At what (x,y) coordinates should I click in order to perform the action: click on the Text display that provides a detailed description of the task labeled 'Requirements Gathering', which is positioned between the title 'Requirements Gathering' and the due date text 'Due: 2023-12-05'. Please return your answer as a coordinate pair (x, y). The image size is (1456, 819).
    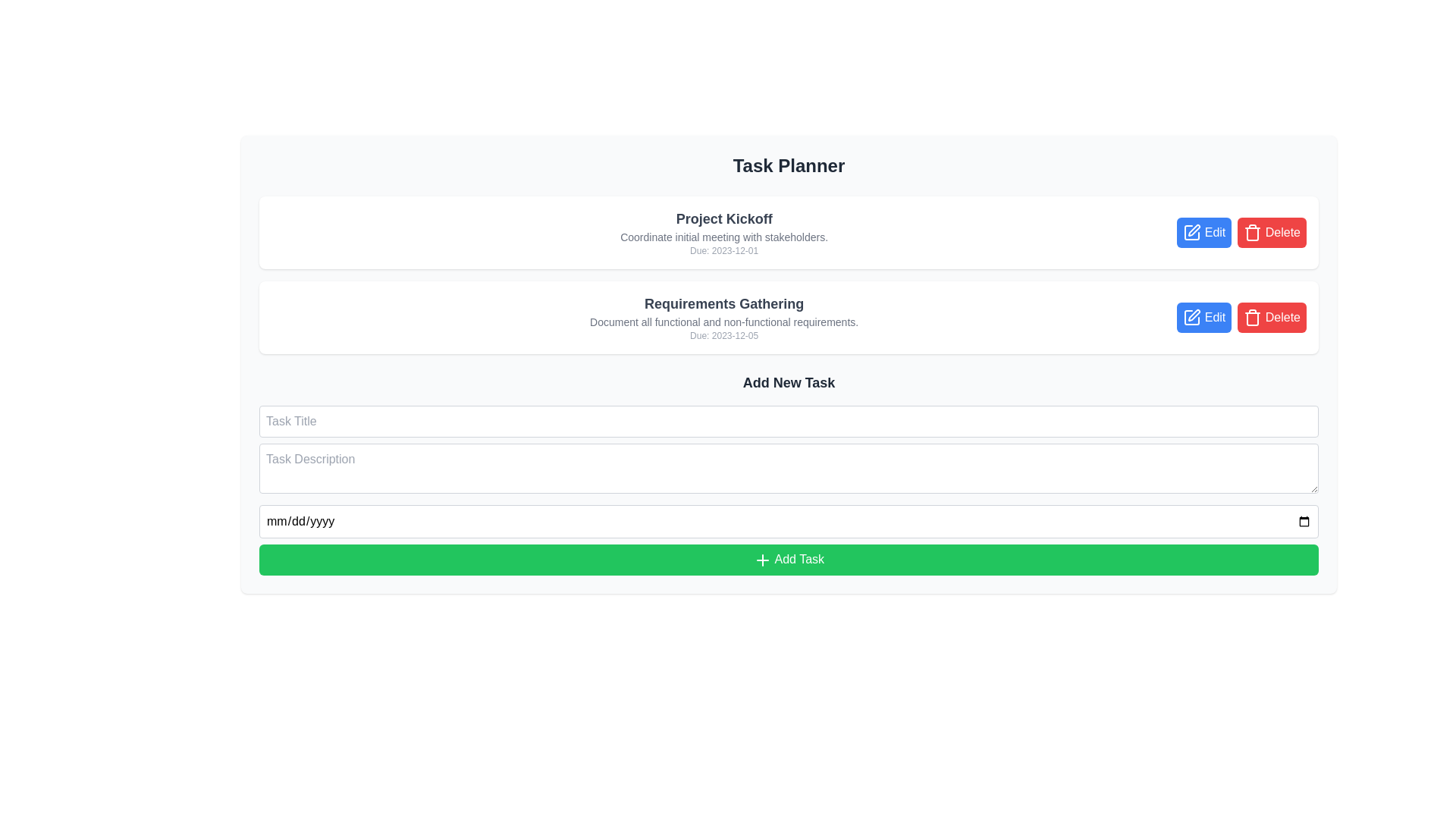
    Looking at the image, I should click on (723, 321).